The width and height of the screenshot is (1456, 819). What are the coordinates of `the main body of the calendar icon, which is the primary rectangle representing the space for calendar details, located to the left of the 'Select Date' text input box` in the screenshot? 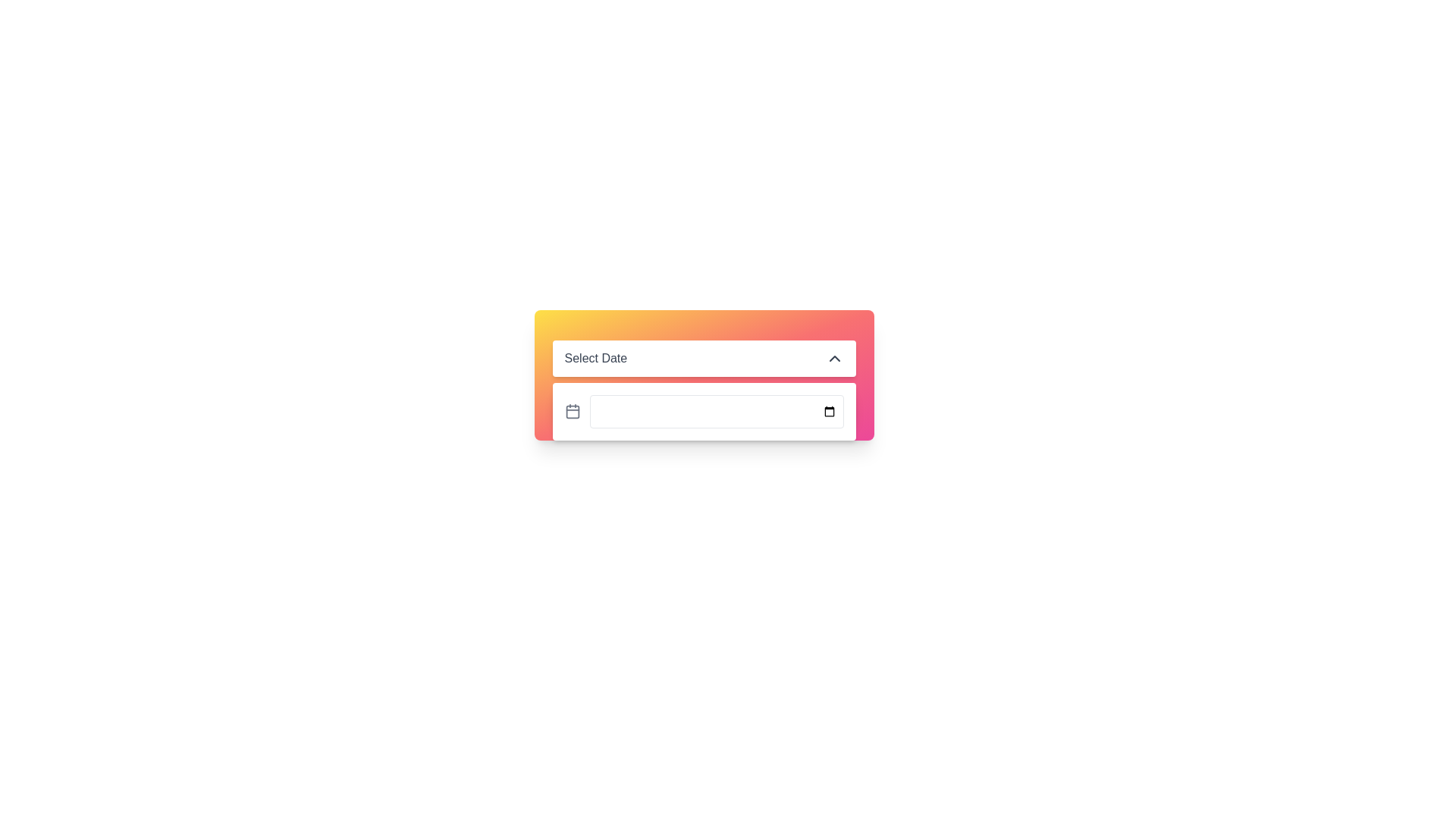 It's located at (572, 412).